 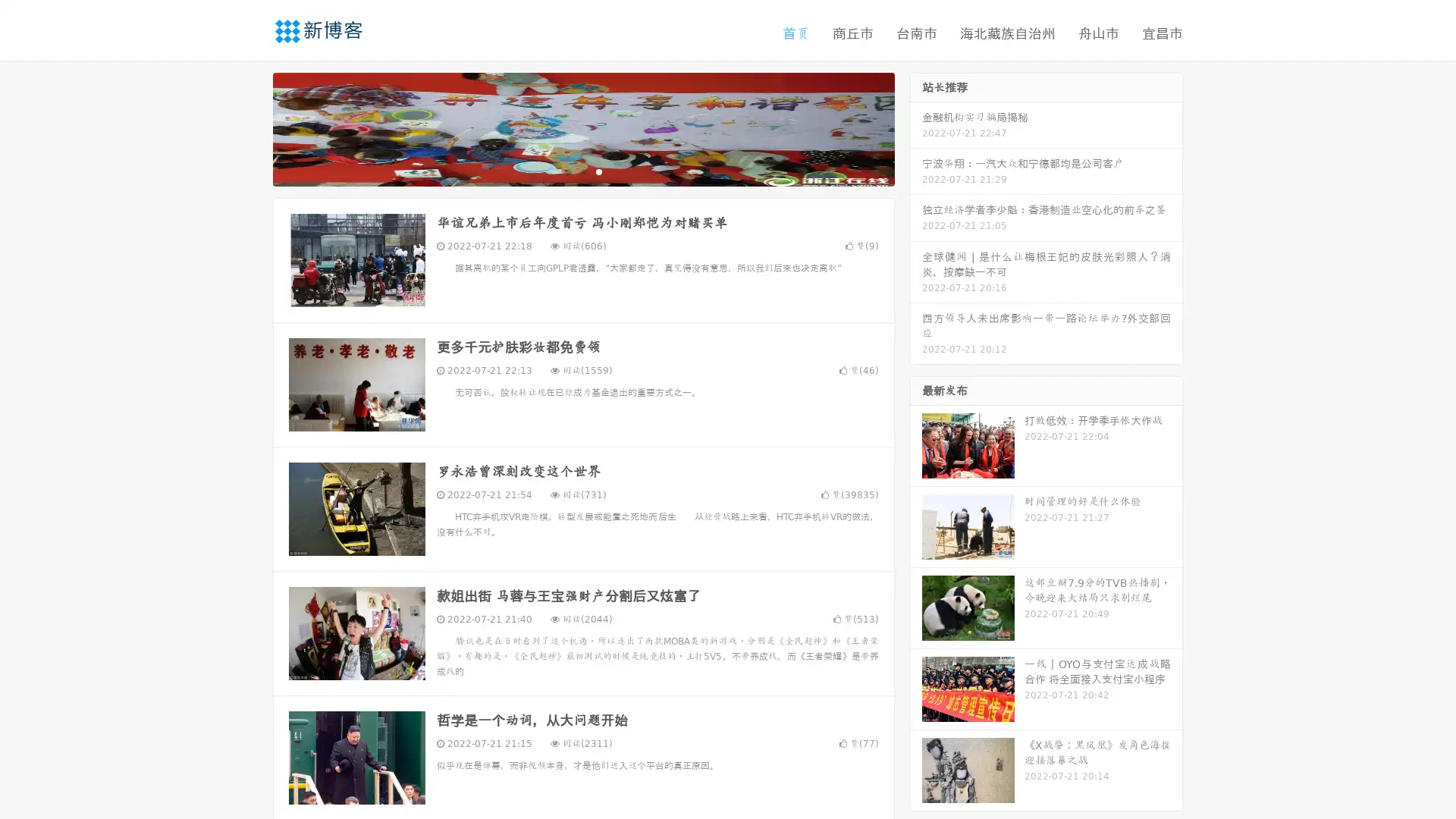 What do you see at coordinates (916, 127) in the screenshot?
I see `Next slide` at bounding box center [916, 127].